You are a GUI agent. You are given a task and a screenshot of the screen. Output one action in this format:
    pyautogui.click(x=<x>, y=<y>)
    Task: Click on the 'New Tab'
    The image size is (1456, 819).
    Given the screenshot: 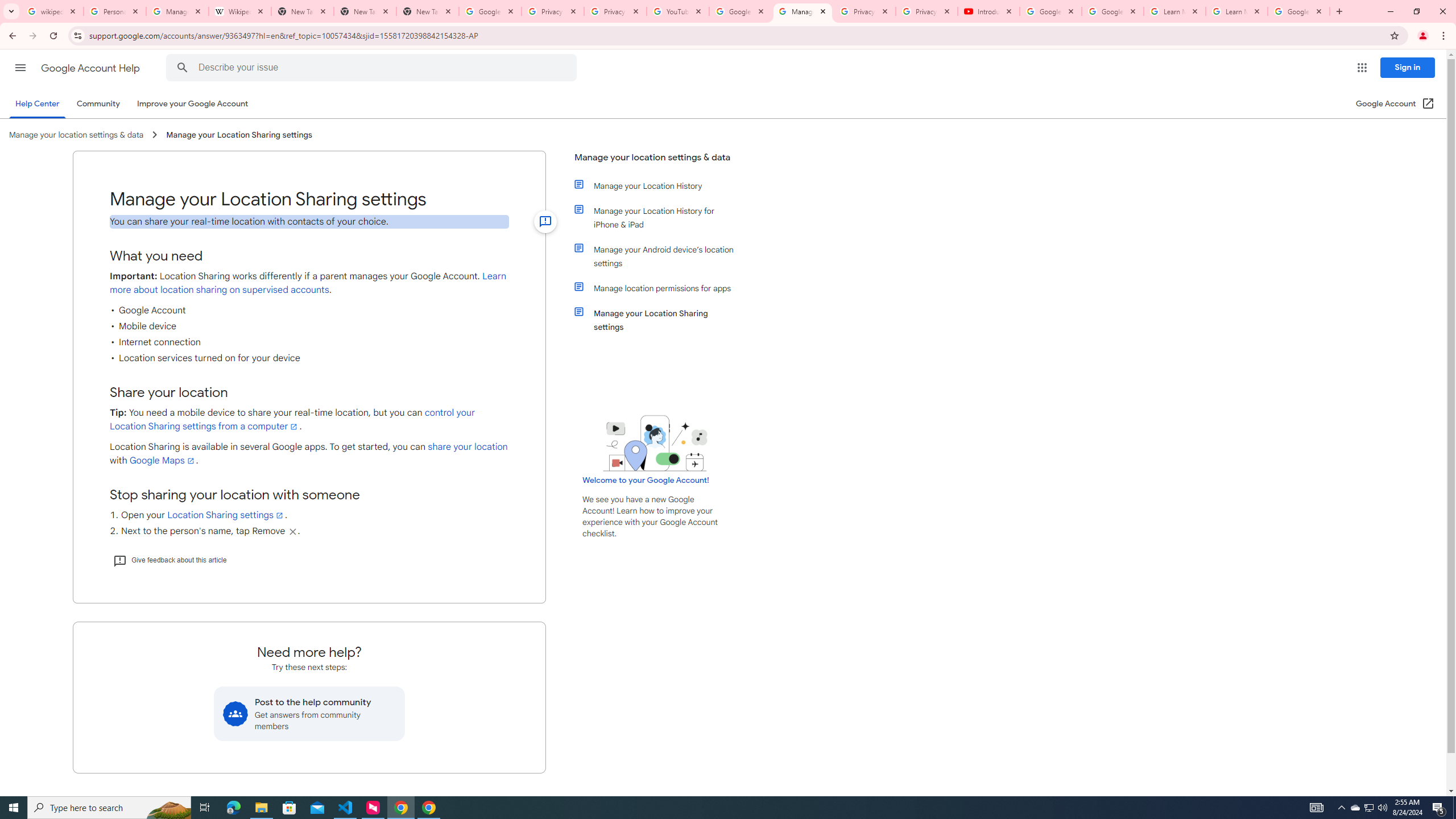 What is the action you would take?
    pyautogui.click(x=365, y=11)
    